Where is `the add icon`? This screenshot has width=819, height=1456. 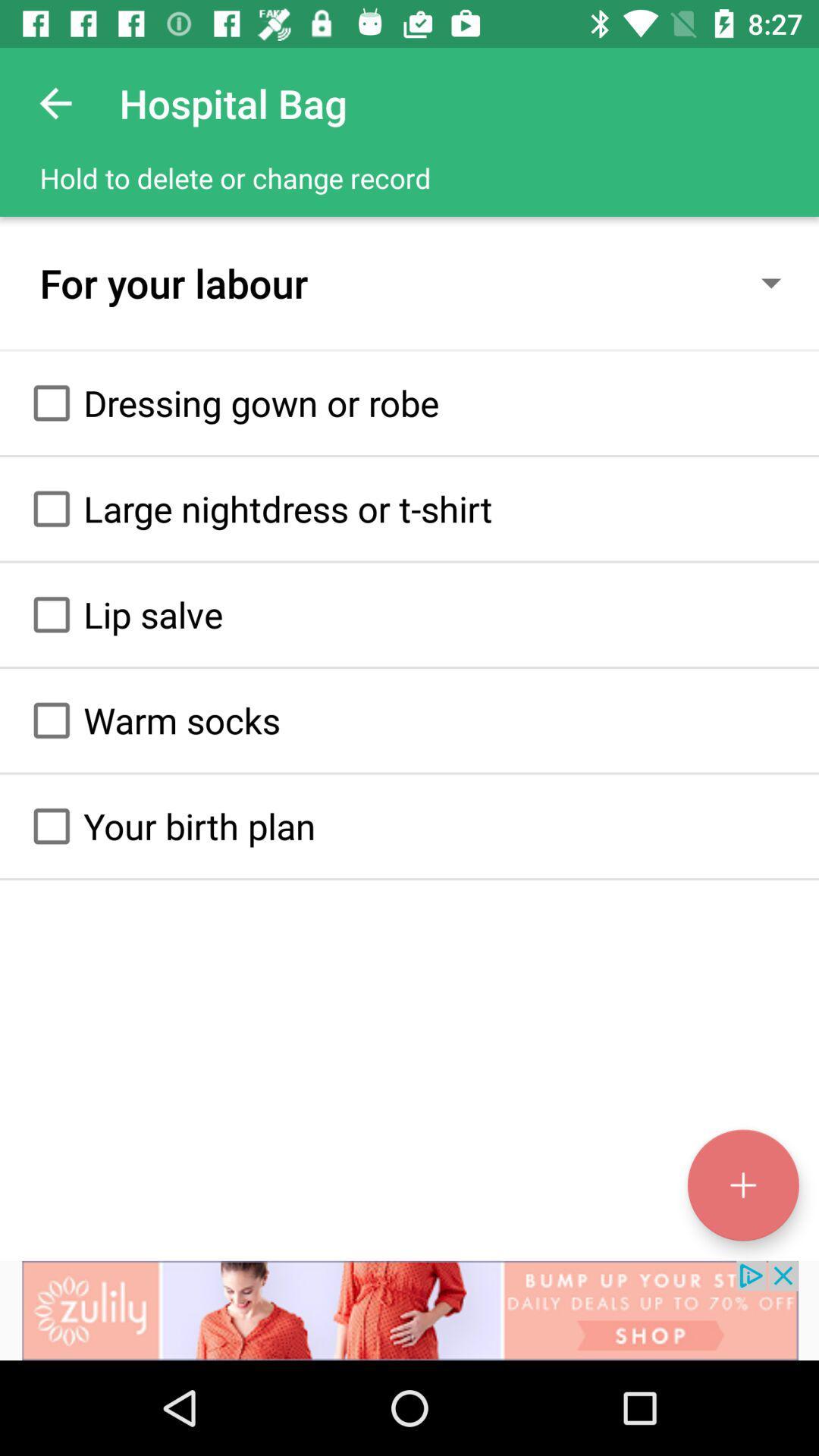
the add icon is located at coordinates (742, 1185).